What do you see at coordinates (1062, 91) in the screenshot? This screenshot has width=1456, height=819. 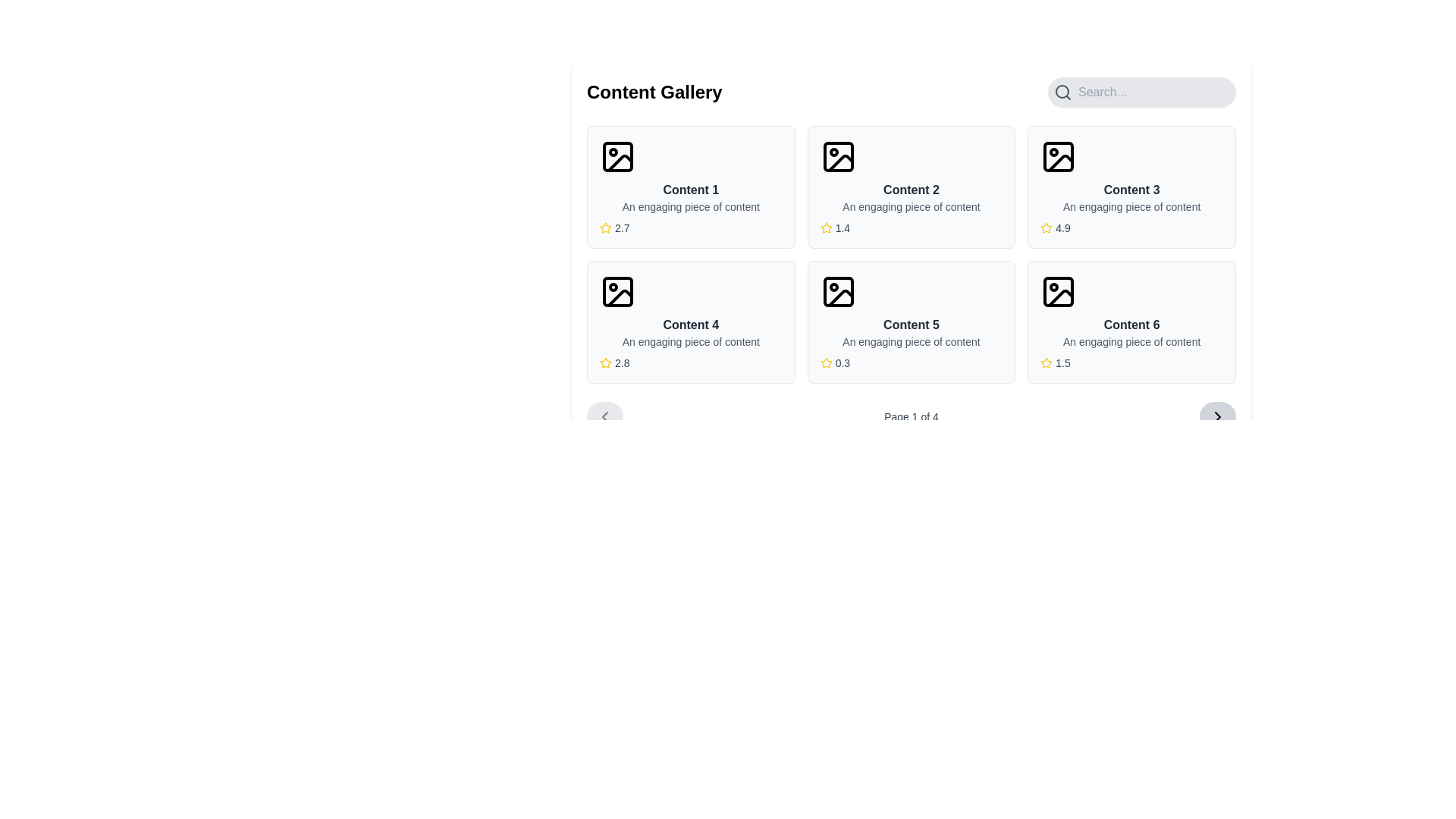 I see `the circular graphical component within the search icon in the top-right search bar` at bounding box center [1062, 91].